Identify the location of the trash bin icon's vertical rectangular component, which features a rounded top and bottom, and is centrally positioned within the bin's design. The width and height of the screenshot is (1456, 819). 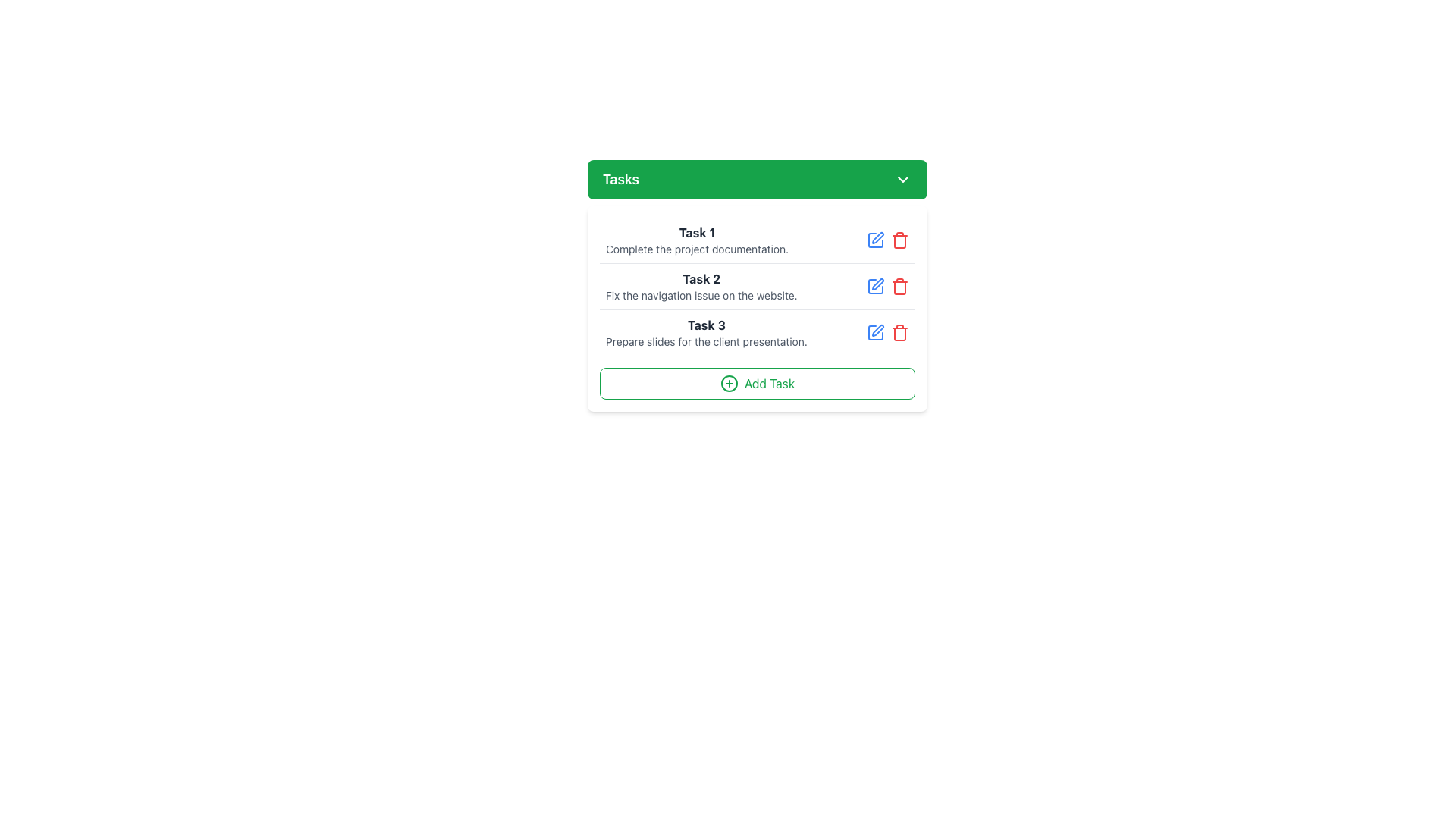
(899, 288).